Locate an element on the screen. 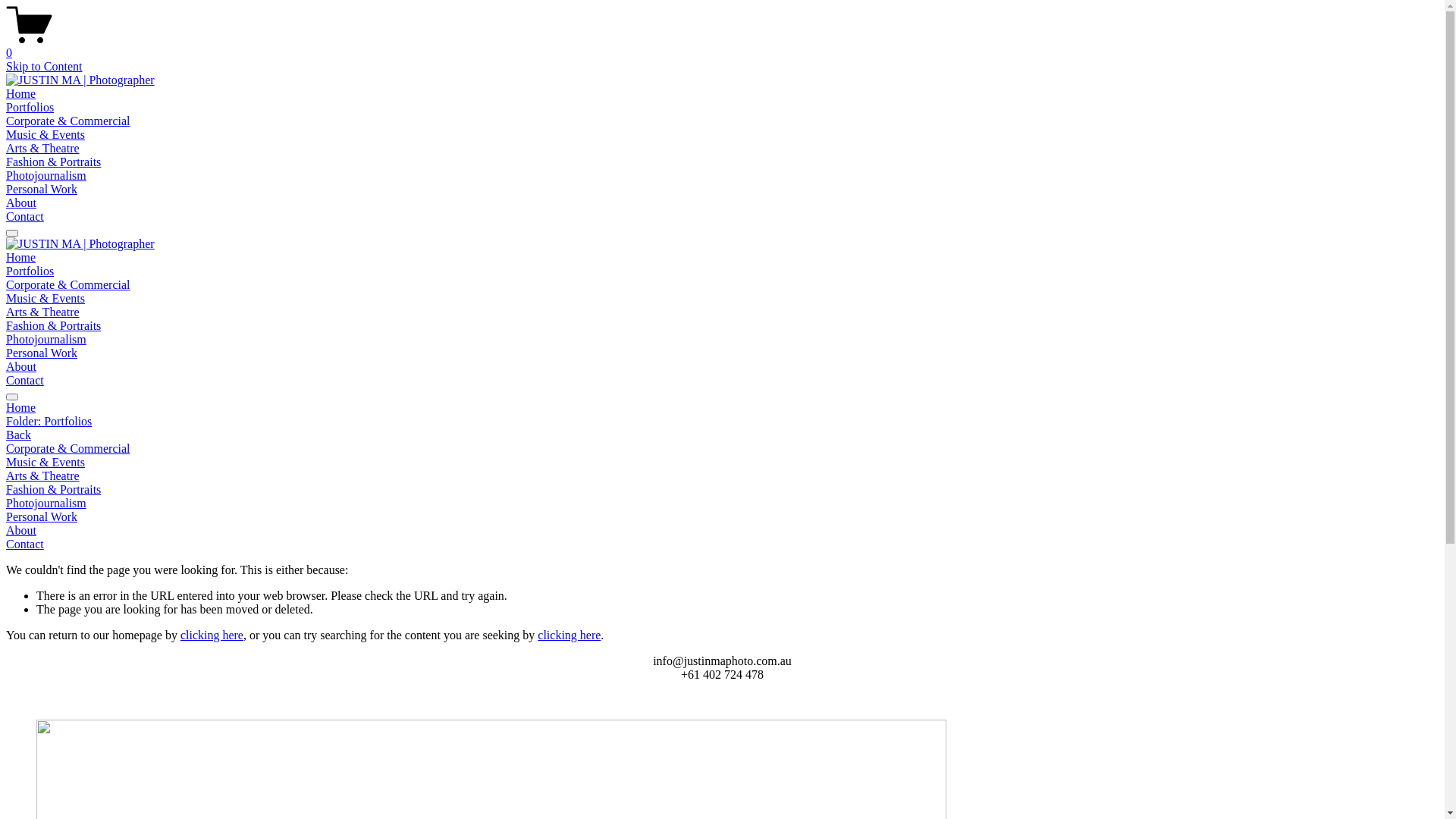 The image size is (1456, 819). 'Photojournalism' is located at coordinates (721, 503).